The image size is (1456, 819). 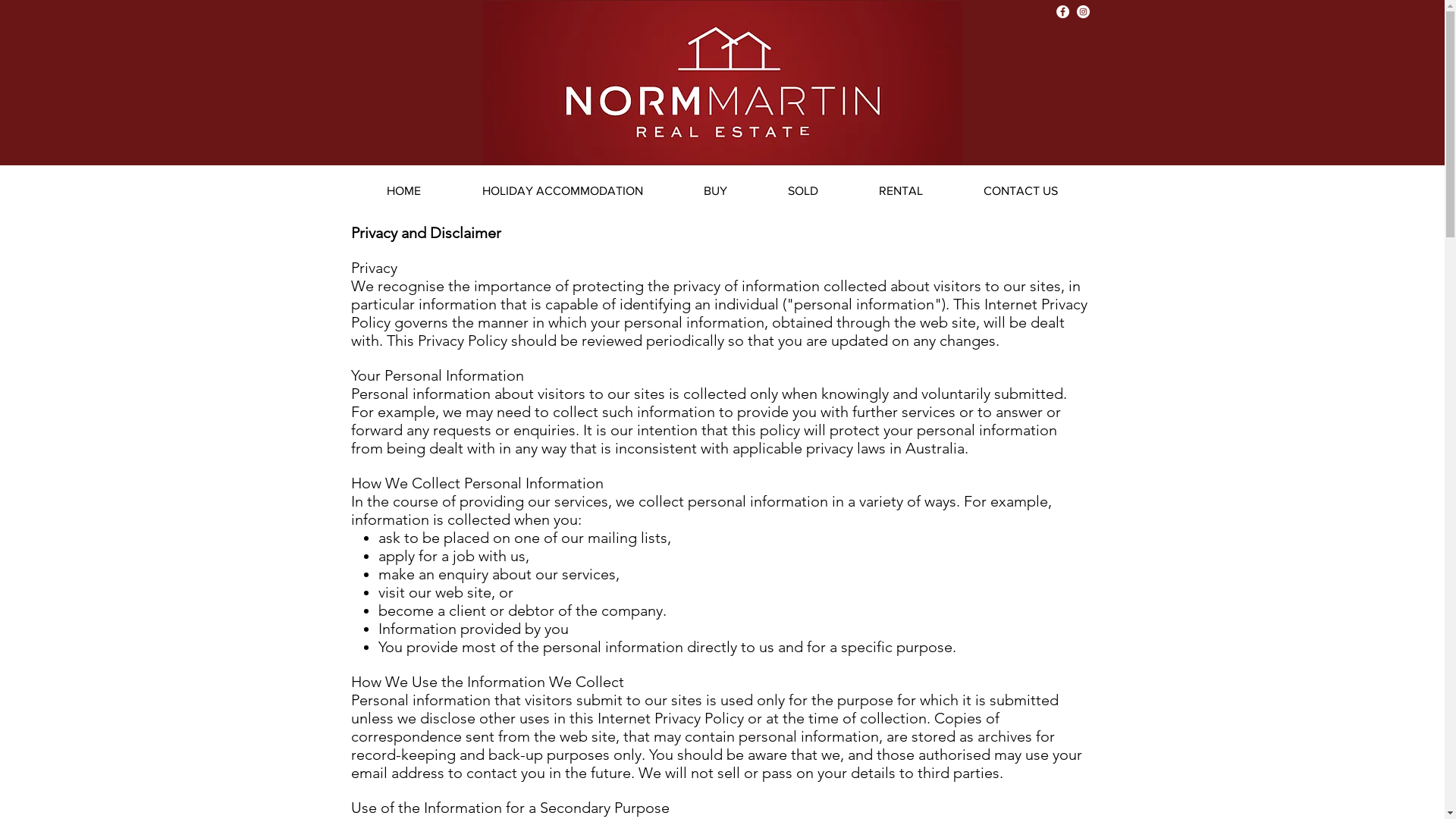 What do you see at coordinates (1019, 190) in the screenshot?
I see `'CONTACT US'` at bounding box center [1019, 190].